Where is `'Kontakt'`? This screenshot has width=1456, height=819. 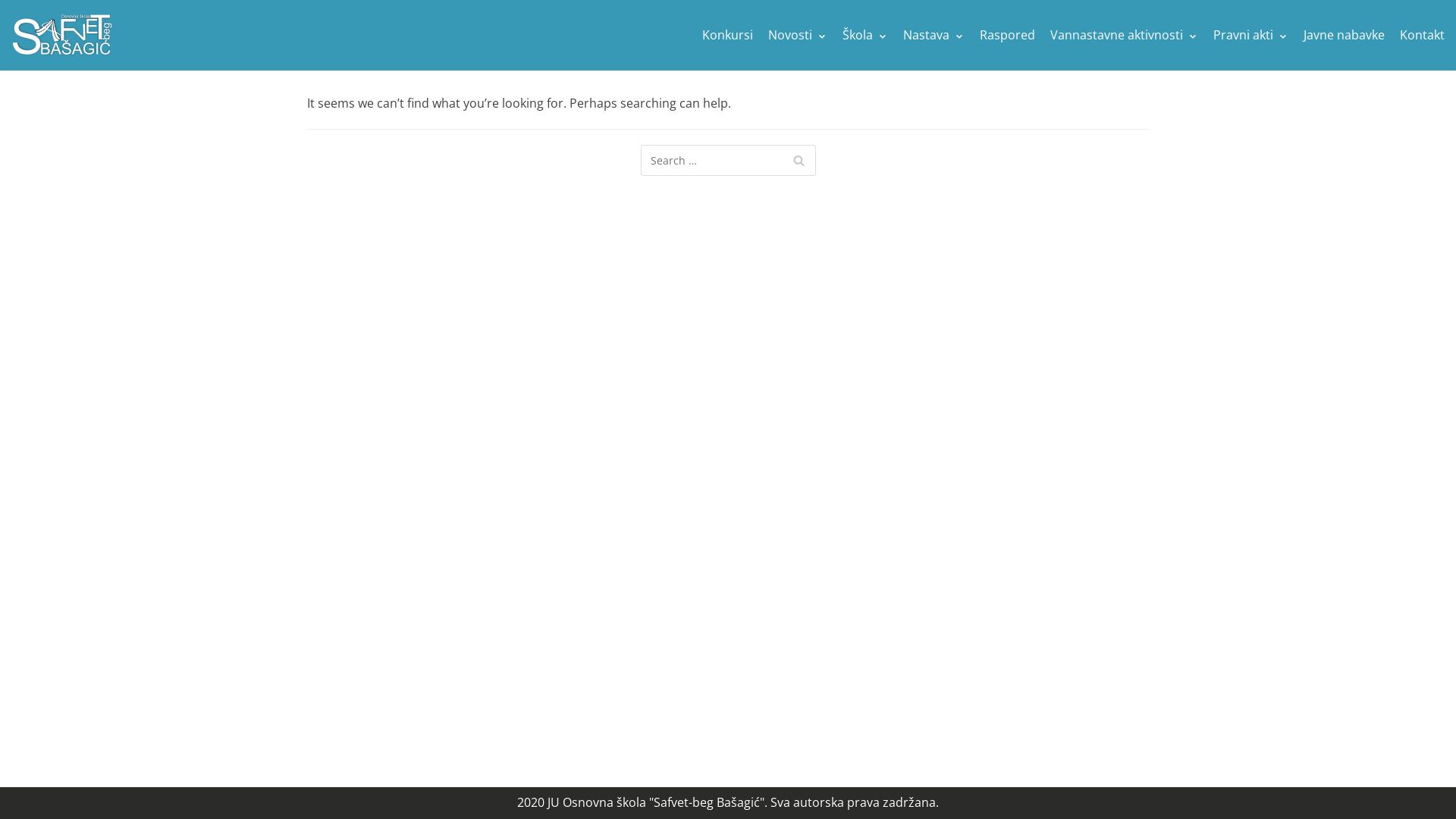
'Kontakt' is located at coordinates (1421, 34).